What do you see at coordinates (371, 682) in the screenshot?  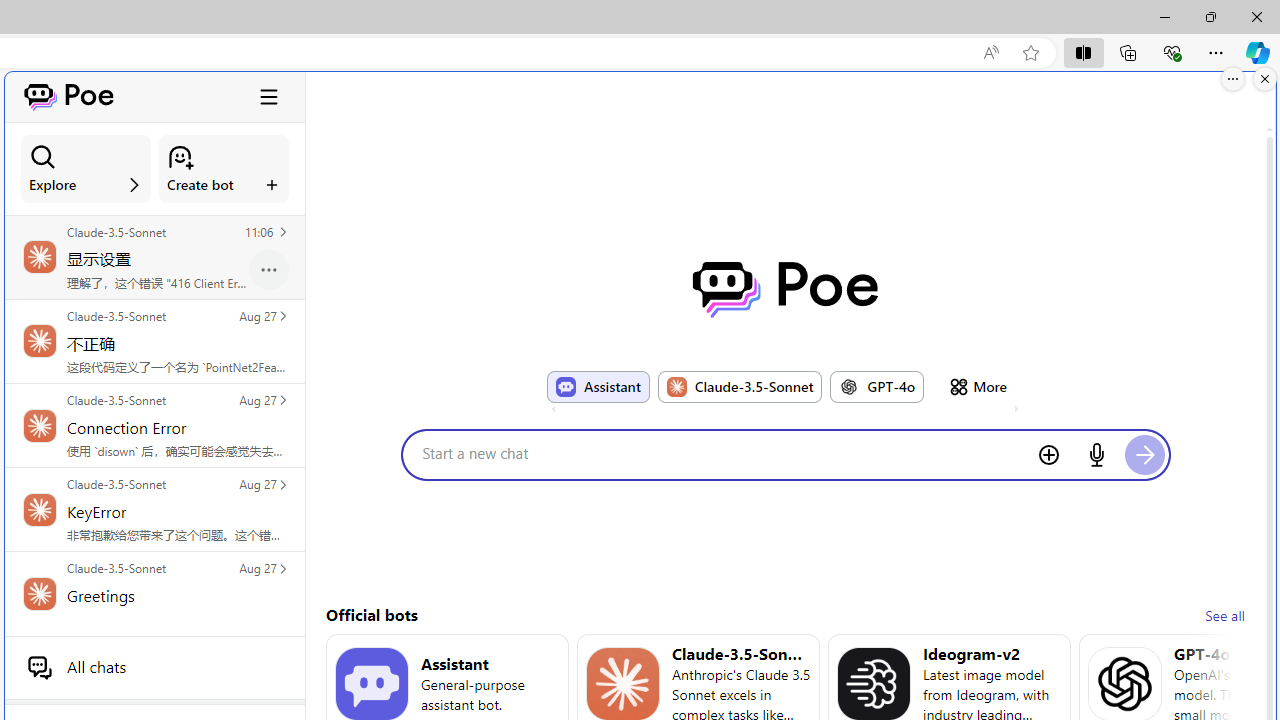 I see `'Bot image for Assistant'` at bounding box center [371, 682].